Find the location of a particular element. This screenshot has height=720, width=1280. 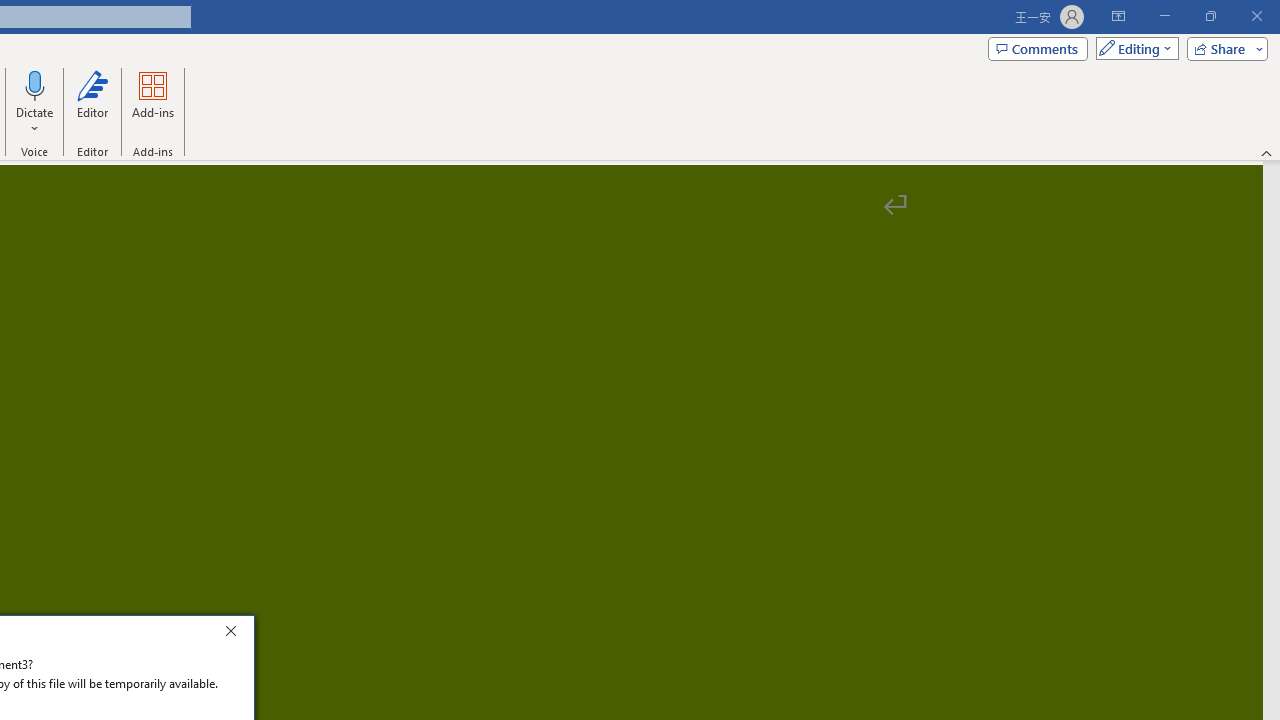

'Dictate' is located at coordinates (35, 103).